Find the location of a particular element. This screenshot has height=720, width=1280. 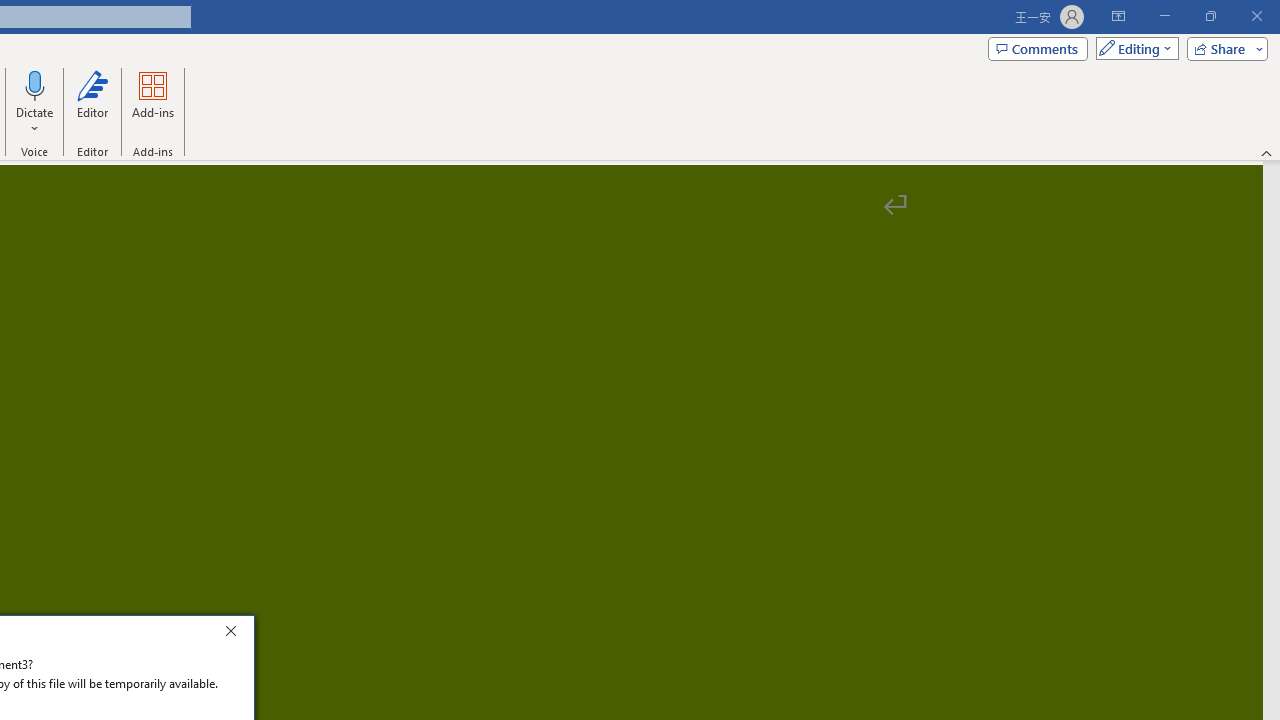

'Dictate' is located at coordinates (35, 103).